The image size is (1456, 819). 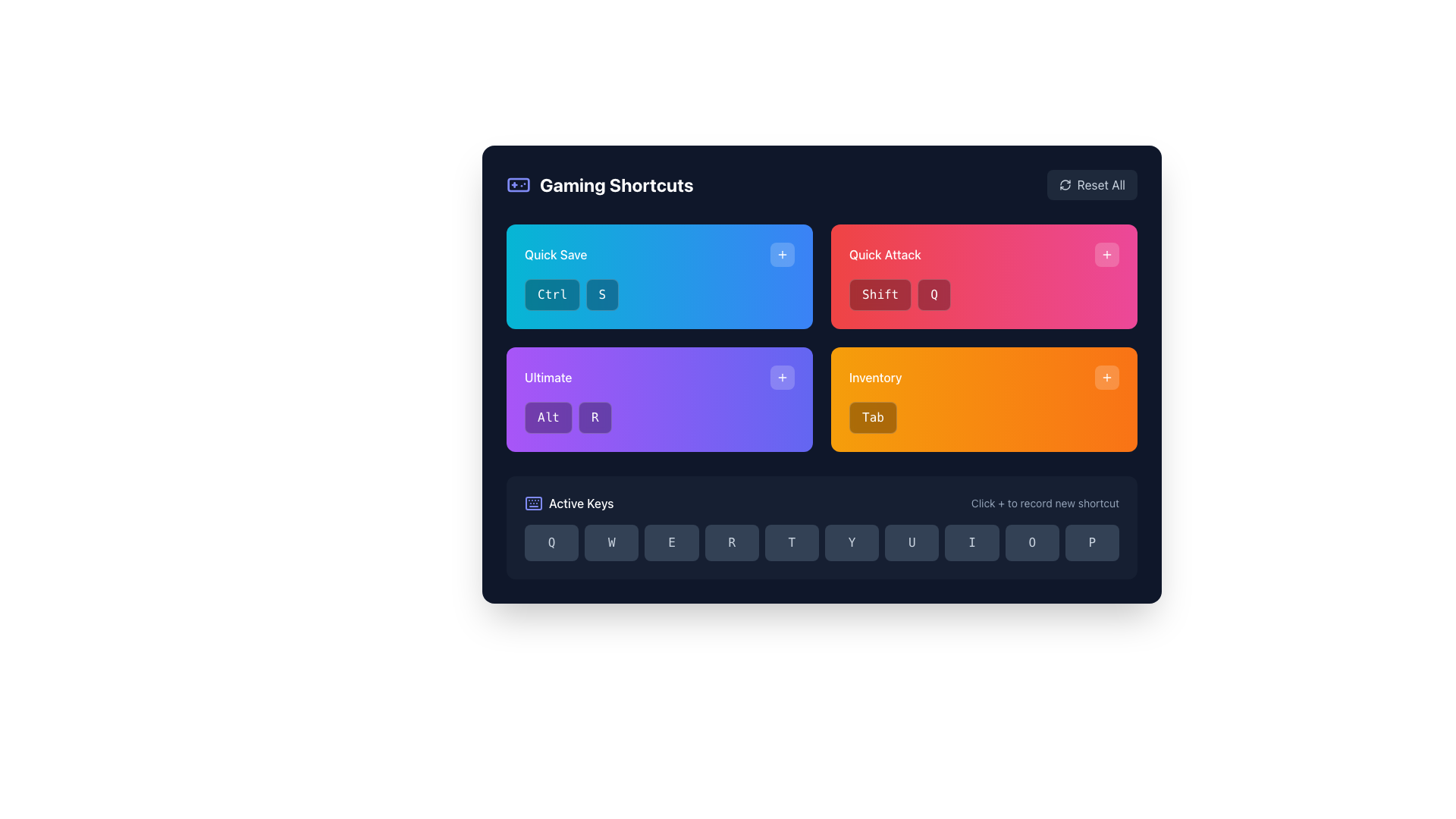 What do you see at coordinates (671, 542) in the screenshot?
I see `the 'E' button, which is the third button in a row of ten buttons under the 'Active Keys' label, positioned between the 'W' and 'R' buttons` at bounding box center [671, 542].